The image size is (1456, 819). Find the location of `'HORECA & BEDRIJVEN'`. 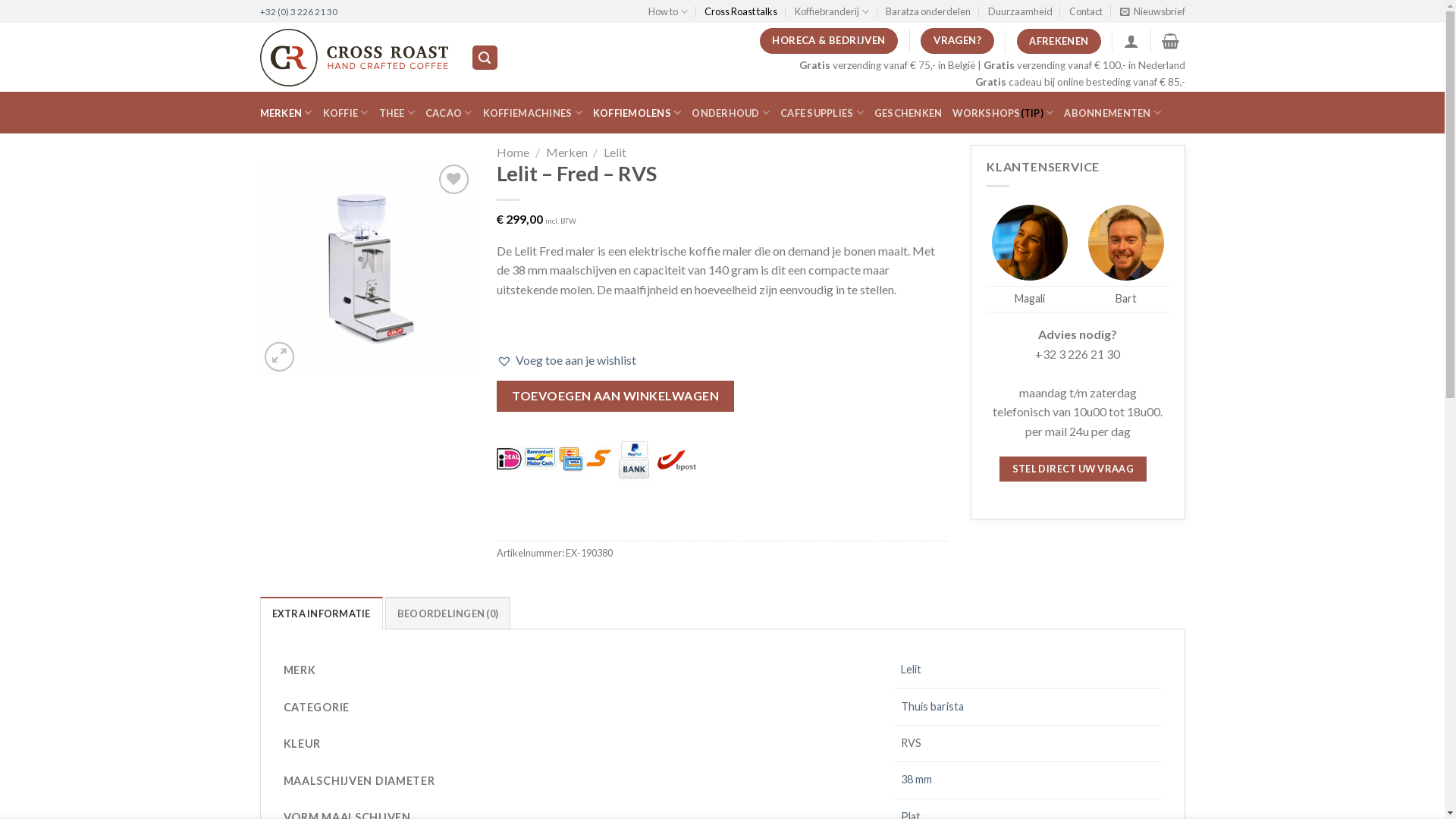

'HORECA & BEDRIJVEN' is located at coordinates (828, 40).